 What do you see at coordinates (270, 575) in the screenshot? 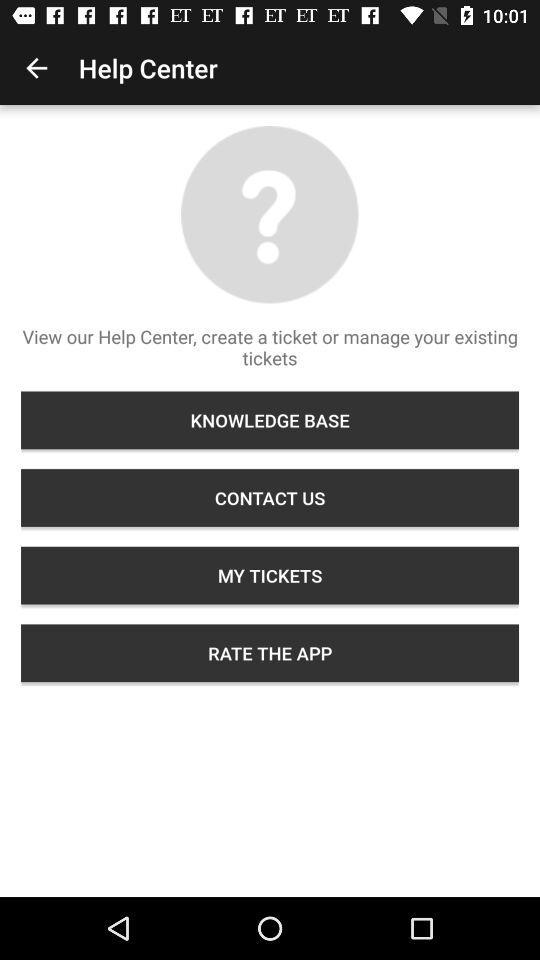
I see `the icon above rate the app icon` at bounding box center [270, 575].